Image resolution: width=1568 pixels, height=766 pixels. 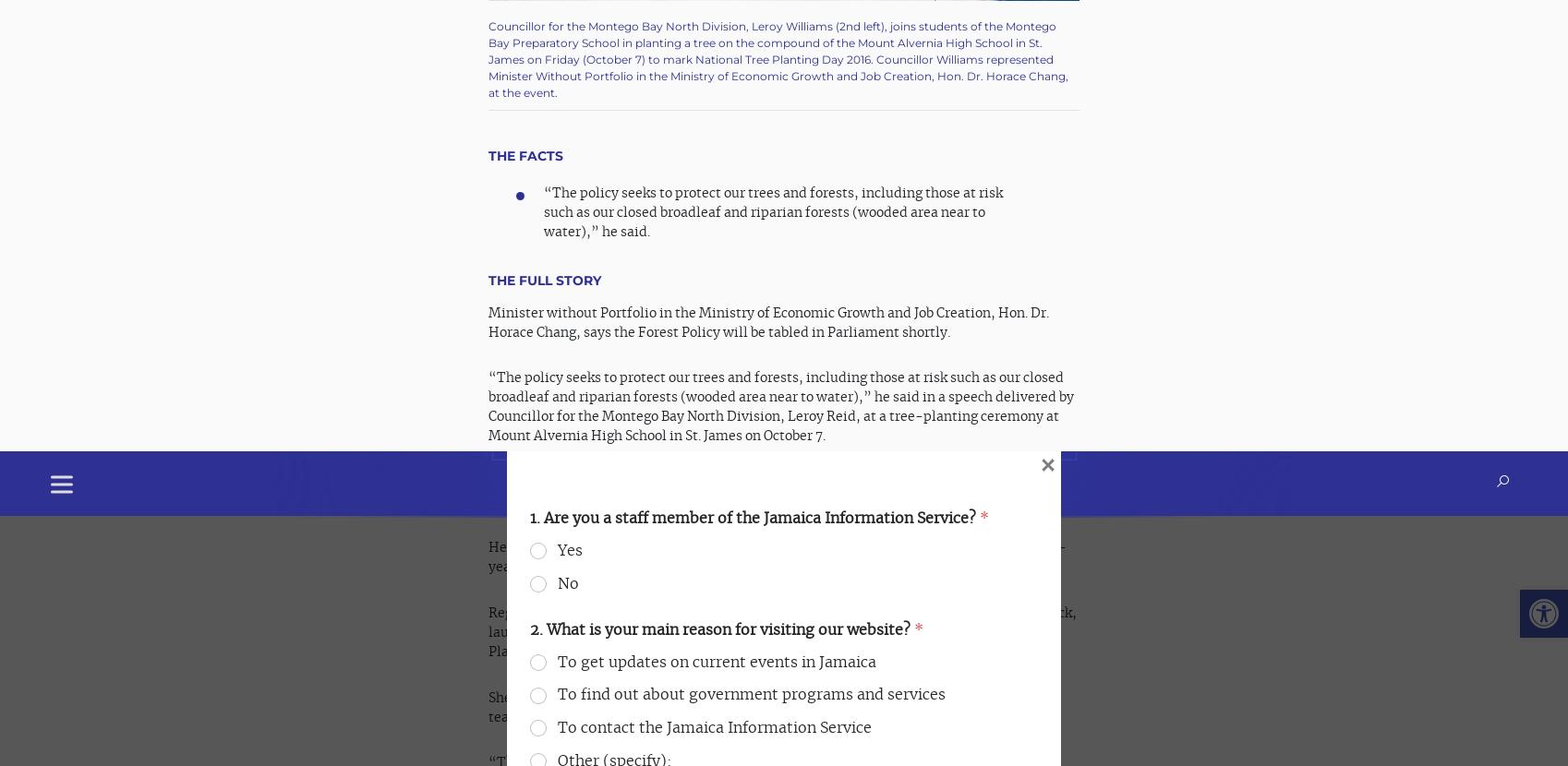 I want to click on 'Kingston 10', so click(x=826, y=698).